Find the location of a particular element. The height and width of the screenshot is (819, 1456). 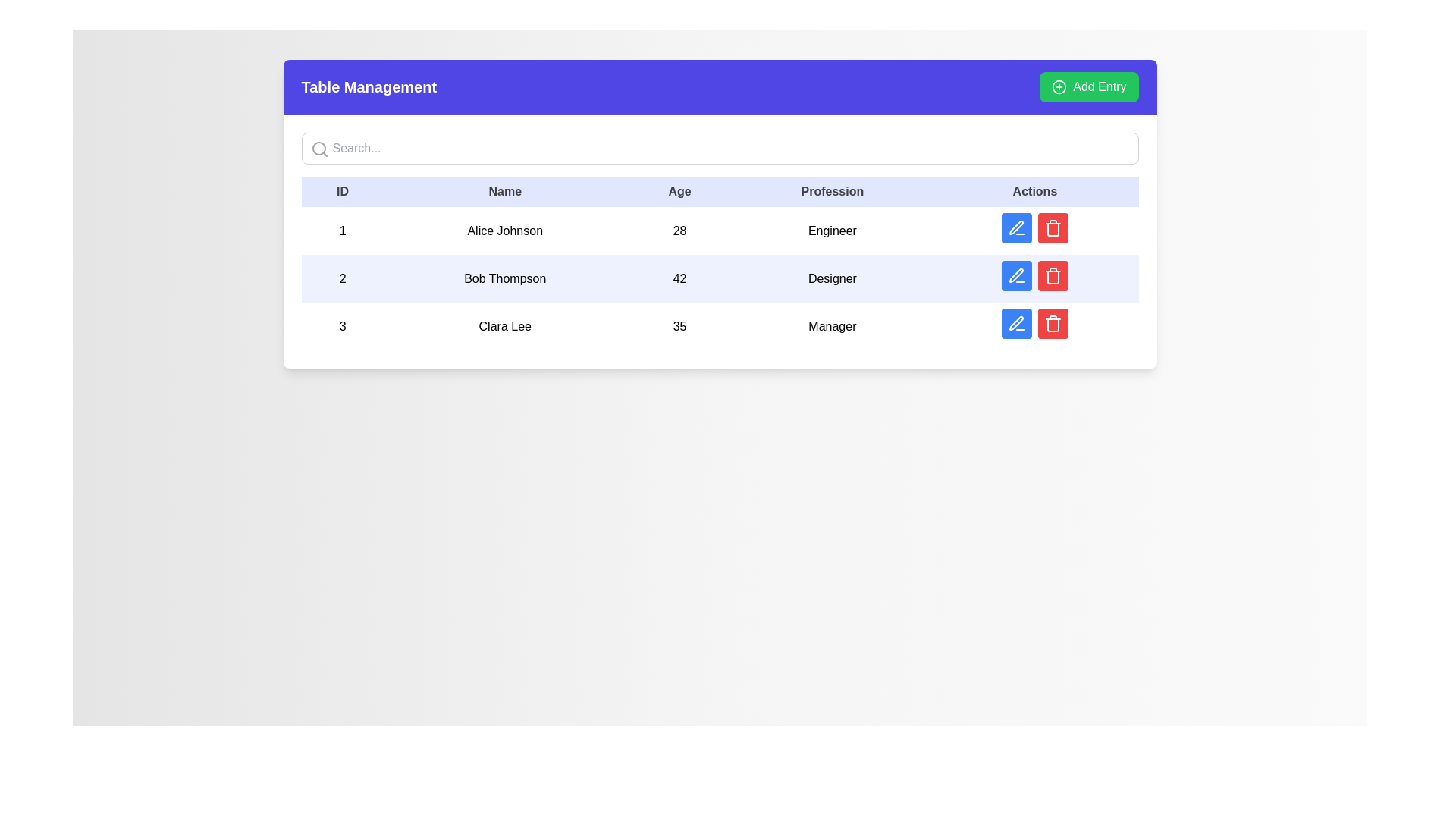

text from the table cell that displays the age of the individual in the third row for 'Clara Lee', located between the 'Name' and 'Profession' columns is located at coordinates (679, 325).